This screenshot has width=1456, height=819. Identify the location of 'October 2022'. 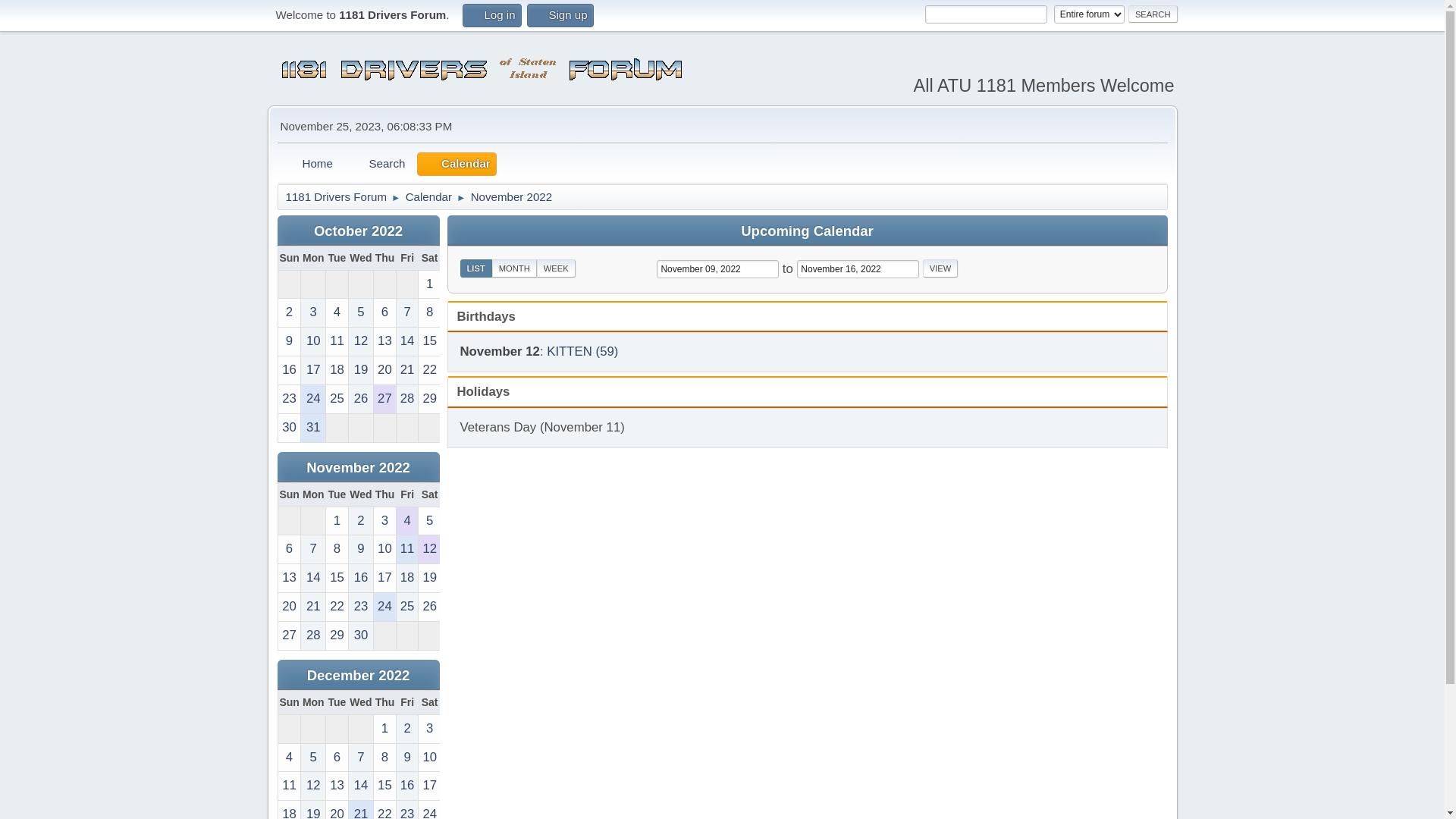
(357, 231).